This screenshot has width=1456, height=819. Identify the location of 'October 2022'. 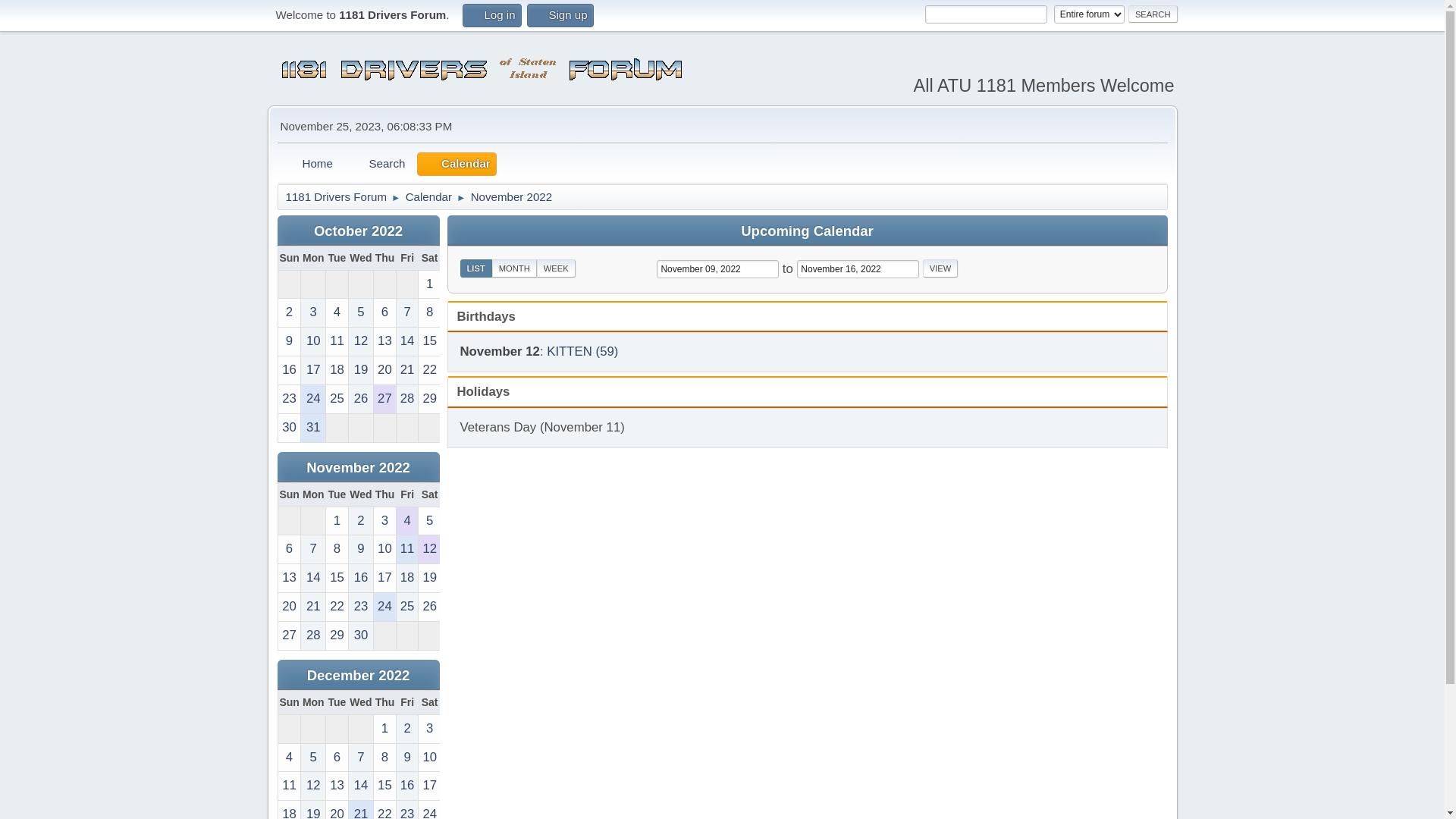
(357, 231).